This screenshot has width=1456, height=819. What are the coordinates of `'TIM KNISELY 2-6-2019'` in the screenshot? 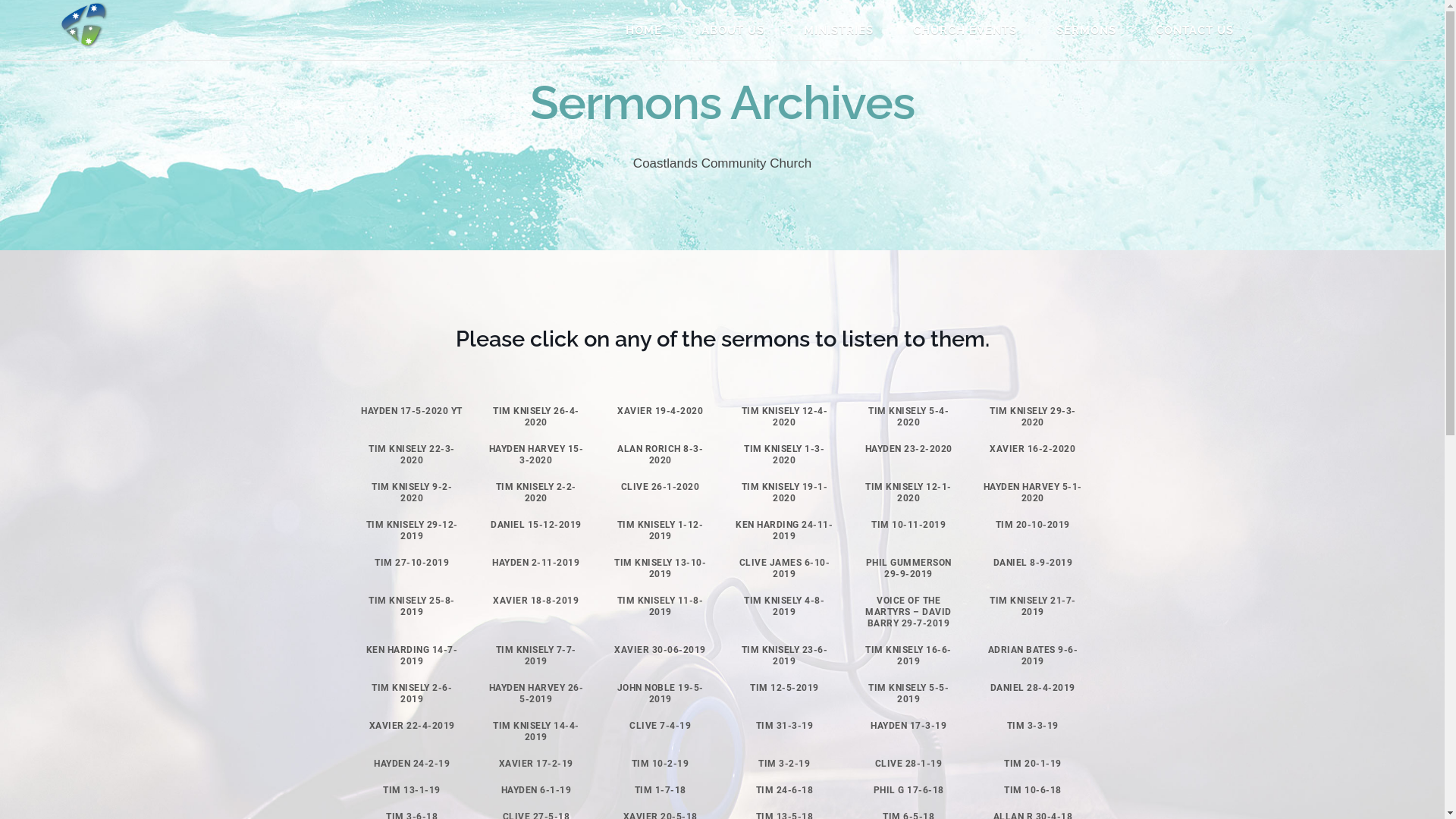 It's located at (411, 693).